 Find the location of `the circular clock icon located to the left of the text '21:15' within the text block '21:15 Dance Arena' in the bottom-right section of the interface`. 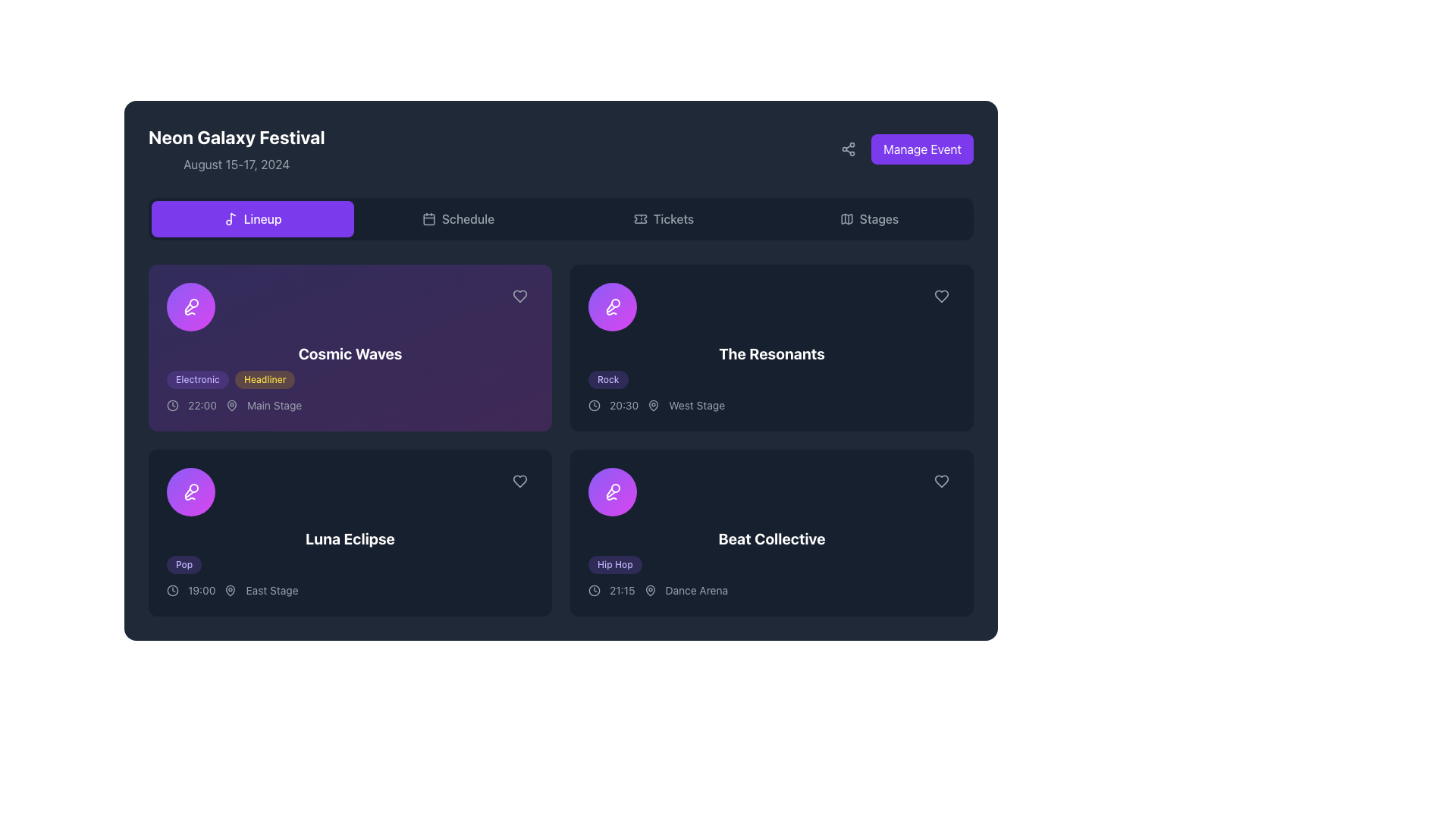

the circular clock icon located to the left of the text '21:15' within the text block '21:15 Dance Arena' in the bottom-right section of the interface is located at coordinates (593, 590).